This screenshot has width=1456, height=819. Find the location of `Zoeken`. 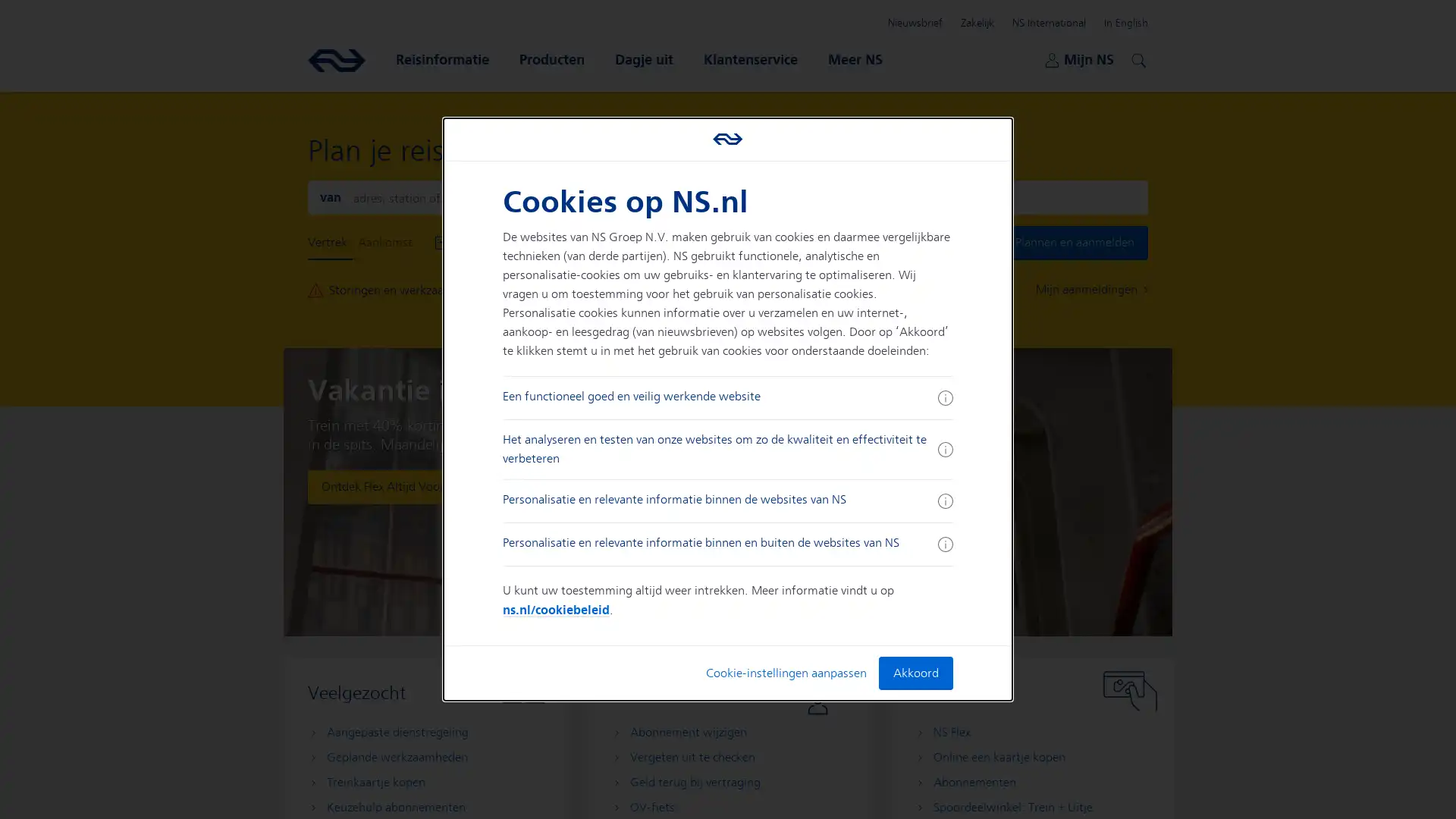

Zoeken is located at coordinates (1136, 58).